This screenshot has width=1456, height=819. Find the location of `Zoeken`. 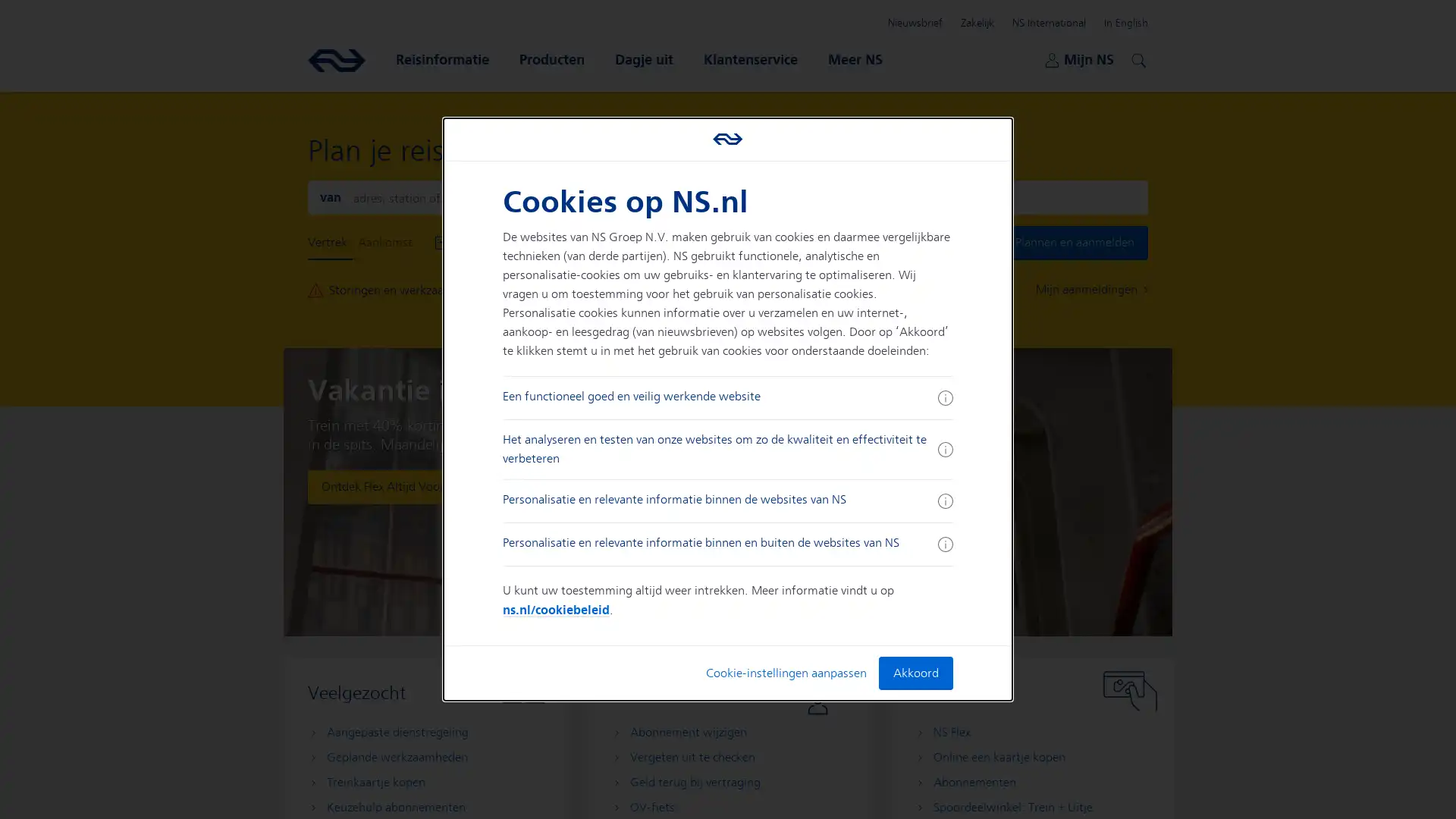

Zoeken is located at coordinates (1136, 58).